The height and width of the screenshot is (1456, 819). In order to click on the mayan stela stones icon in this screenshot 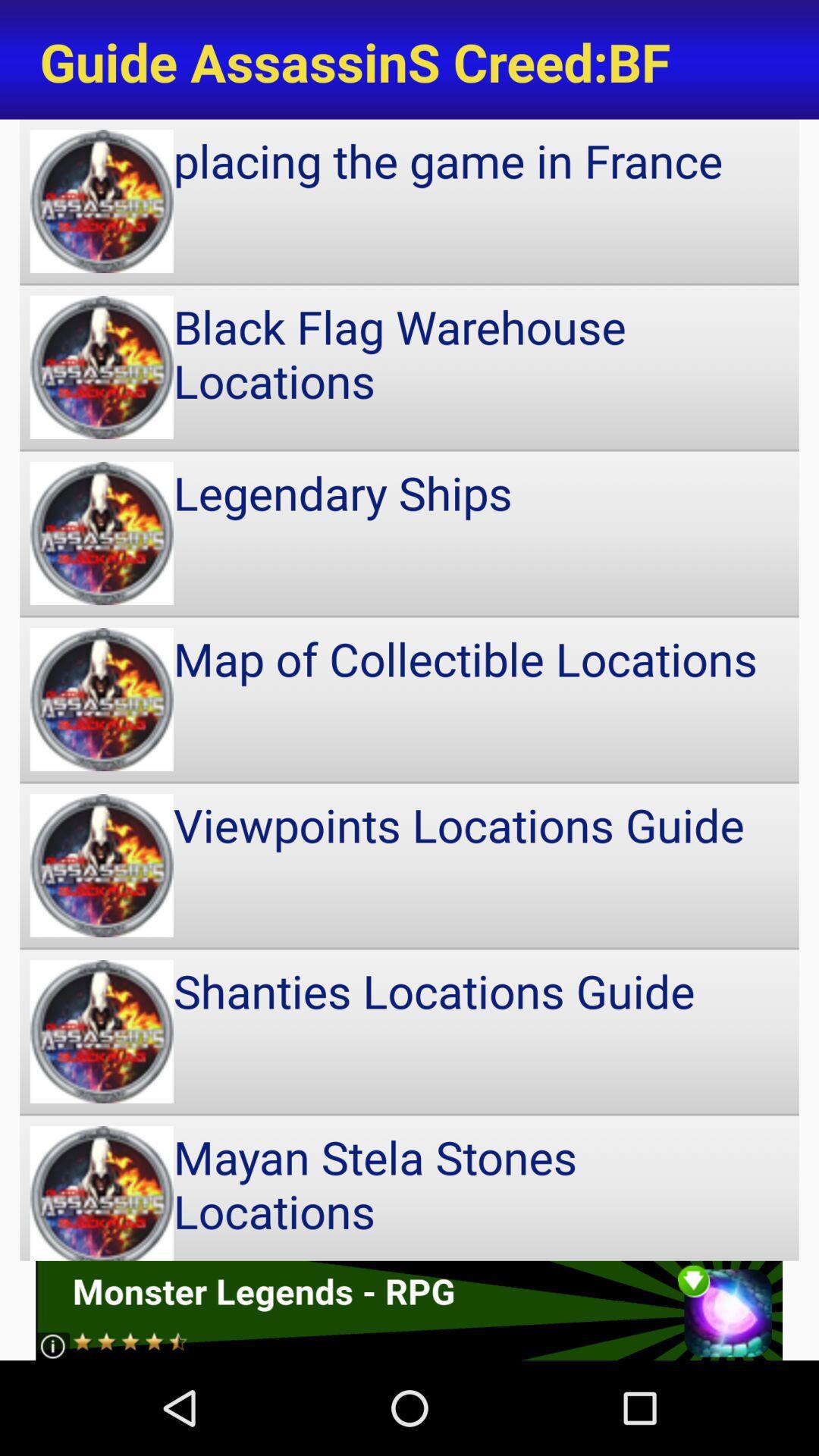, I will do `click(409, 1188)`.